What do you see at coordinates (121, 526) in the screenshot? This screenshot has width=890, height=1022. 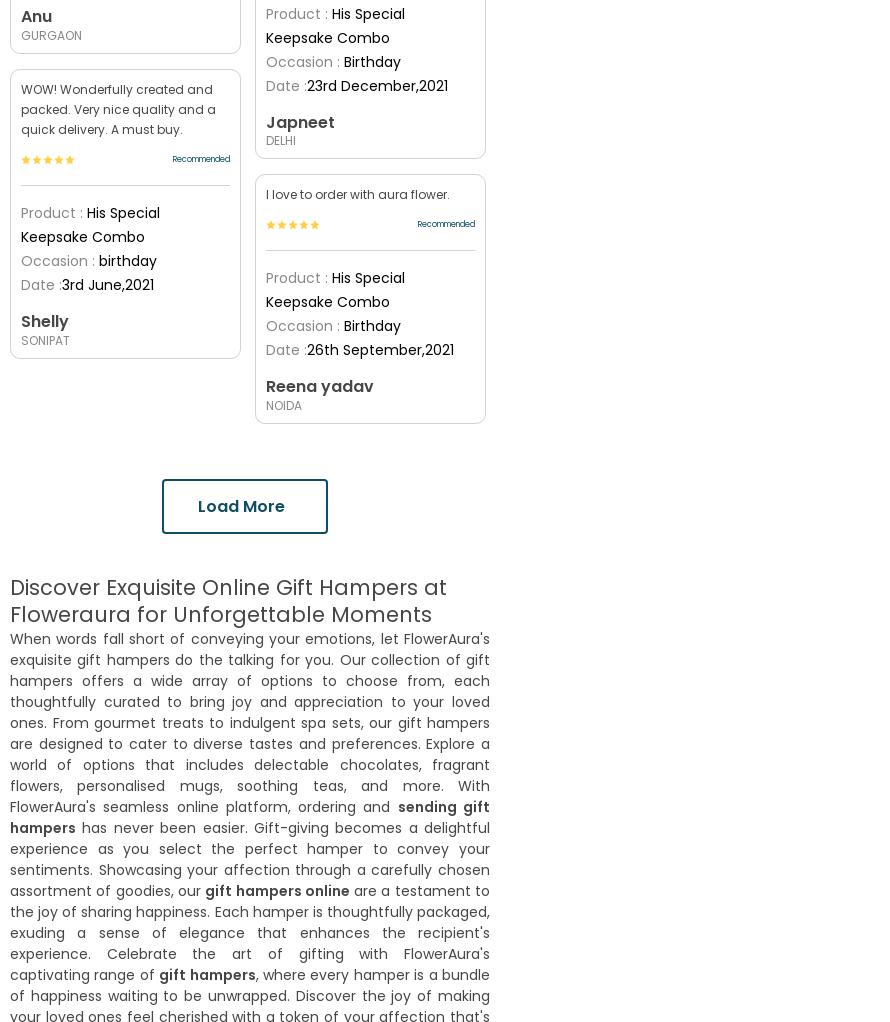 I see `'Captivating Melodies And Irresistible Fragrance Combo'` at bounding box center [121, 526].